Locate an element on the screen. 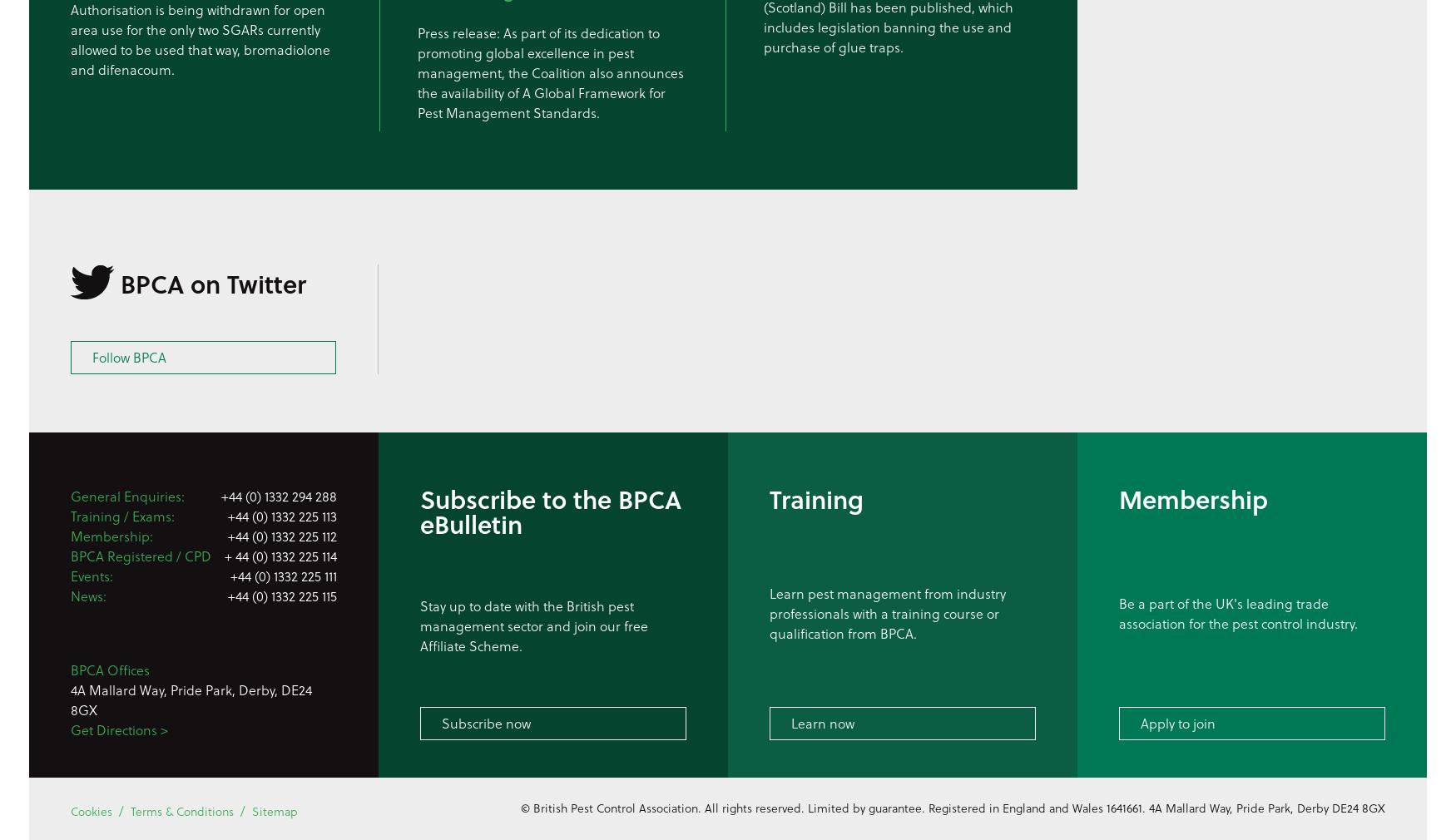 Image resolution: width=1456 pixels, height=840 pixels. 'Membership:' is located at coordinates (111, 535).